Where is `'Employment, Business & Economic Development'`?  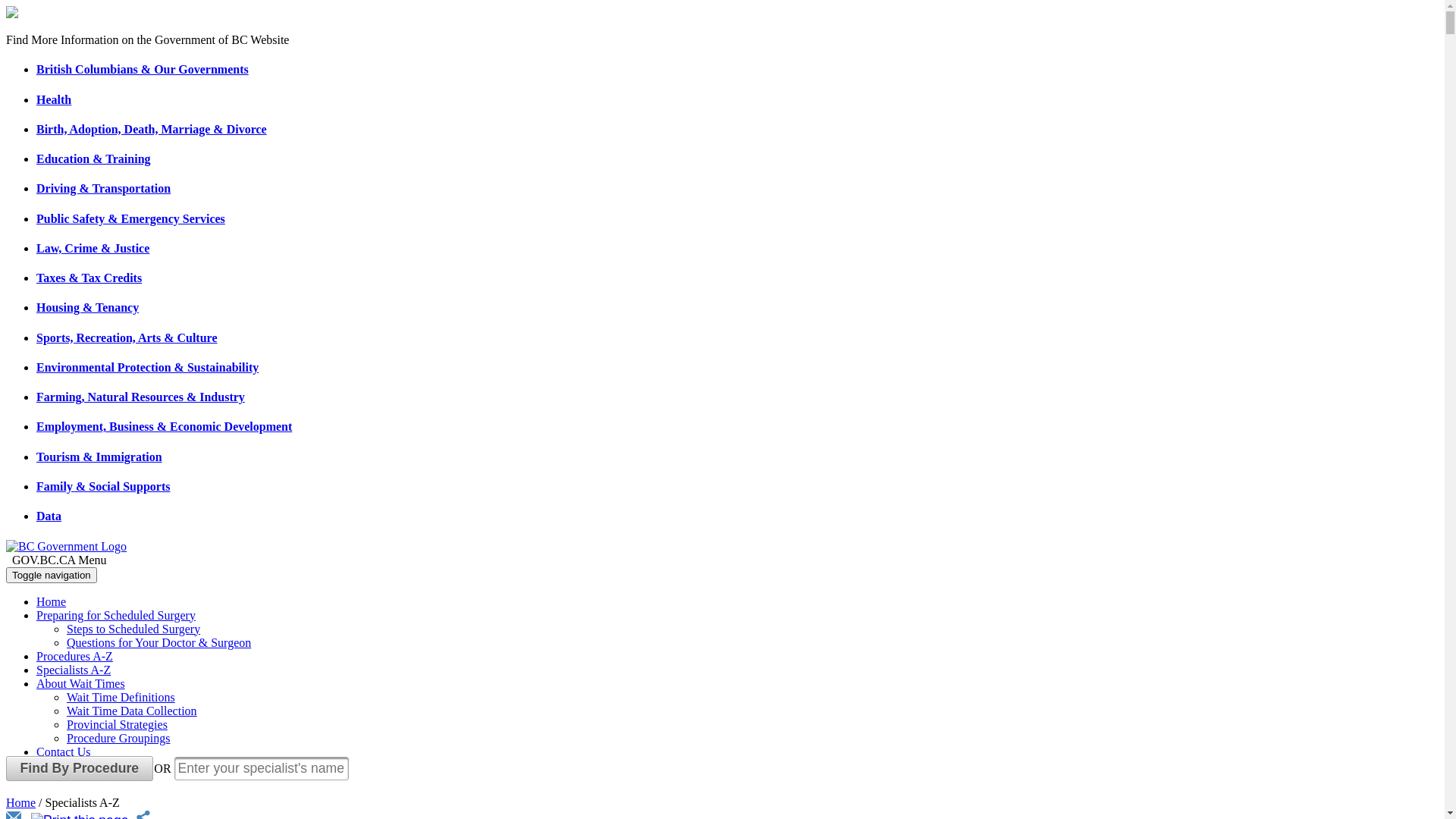 'Employment, Business & Economic Development' is located at coordinates (164, 426).